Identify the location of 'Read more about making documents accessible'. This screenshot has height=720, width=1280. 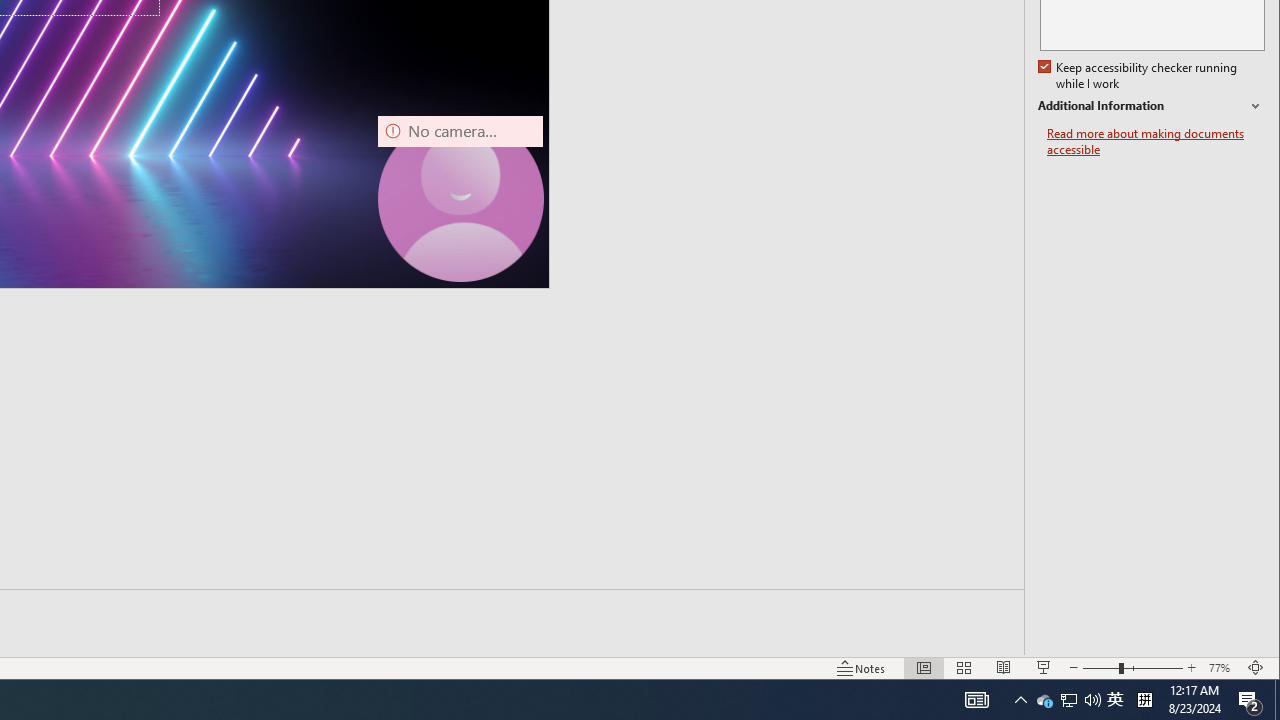
(1155, 141).